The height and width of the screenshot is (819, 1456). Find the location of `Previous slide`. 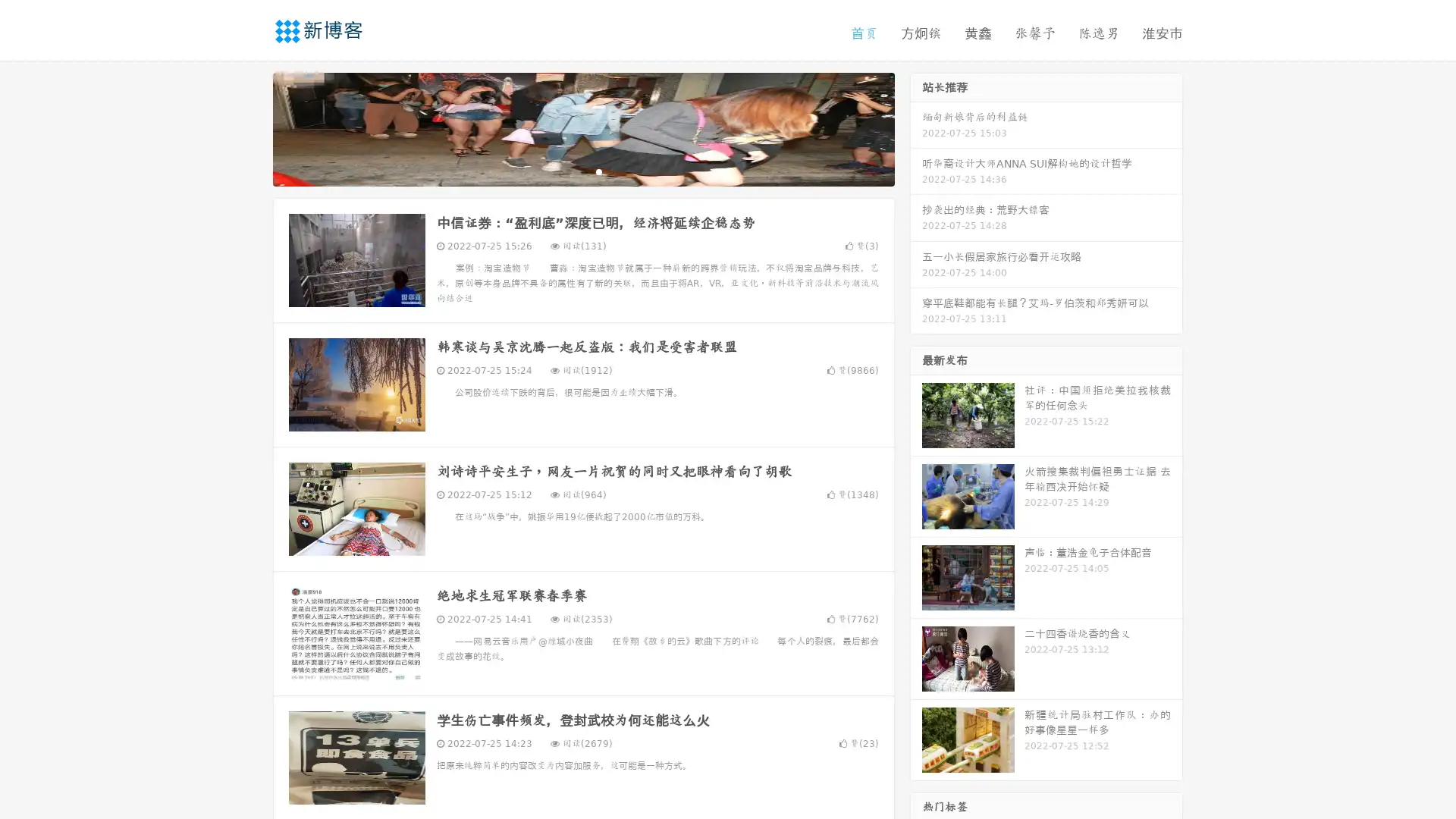

Previous slide is located at coordinates (250, 127).